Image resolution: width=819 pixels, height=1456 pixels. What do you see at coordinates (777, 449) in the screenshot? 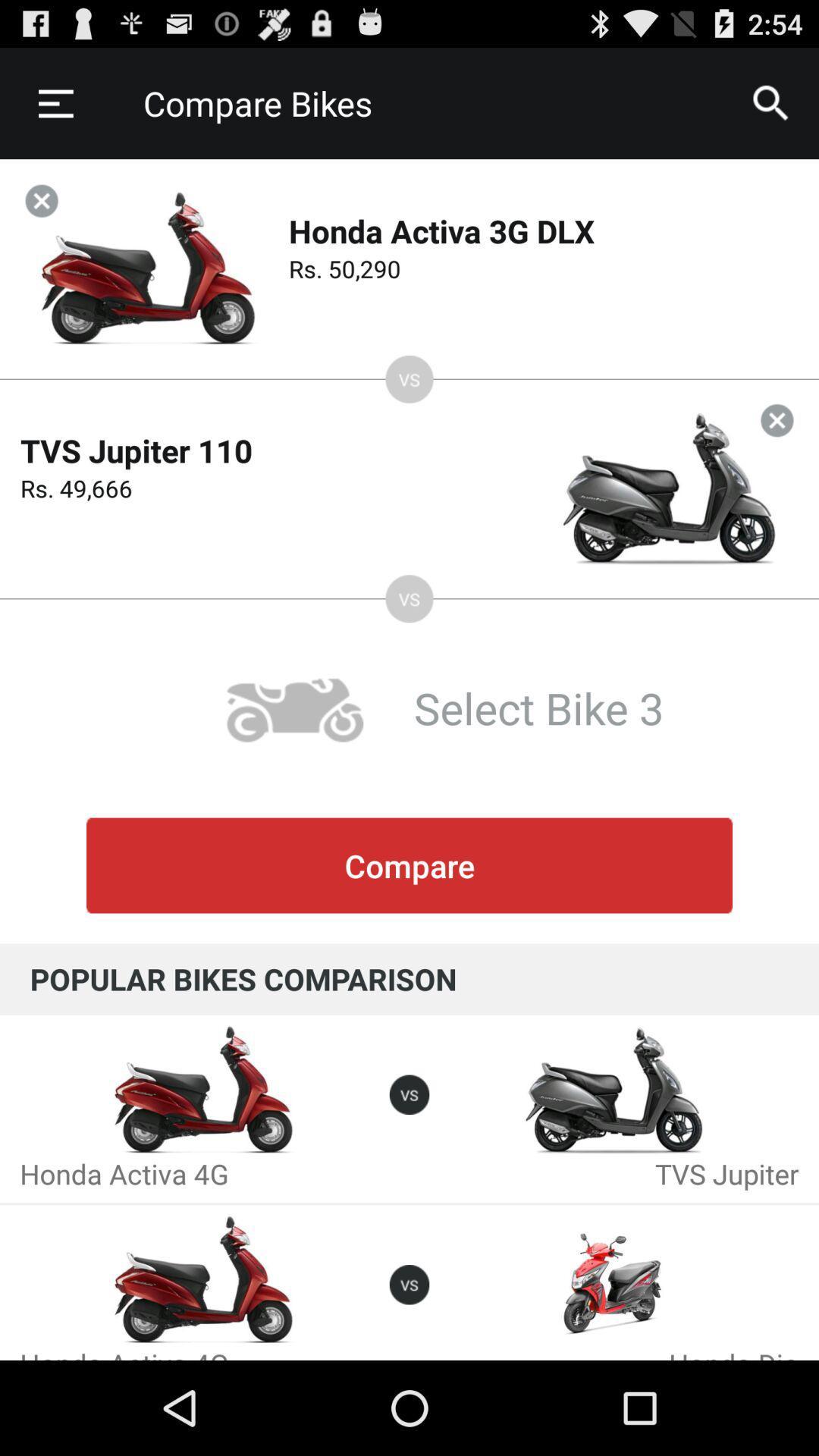
I see `the close icon` at bounding box center [777, 449].